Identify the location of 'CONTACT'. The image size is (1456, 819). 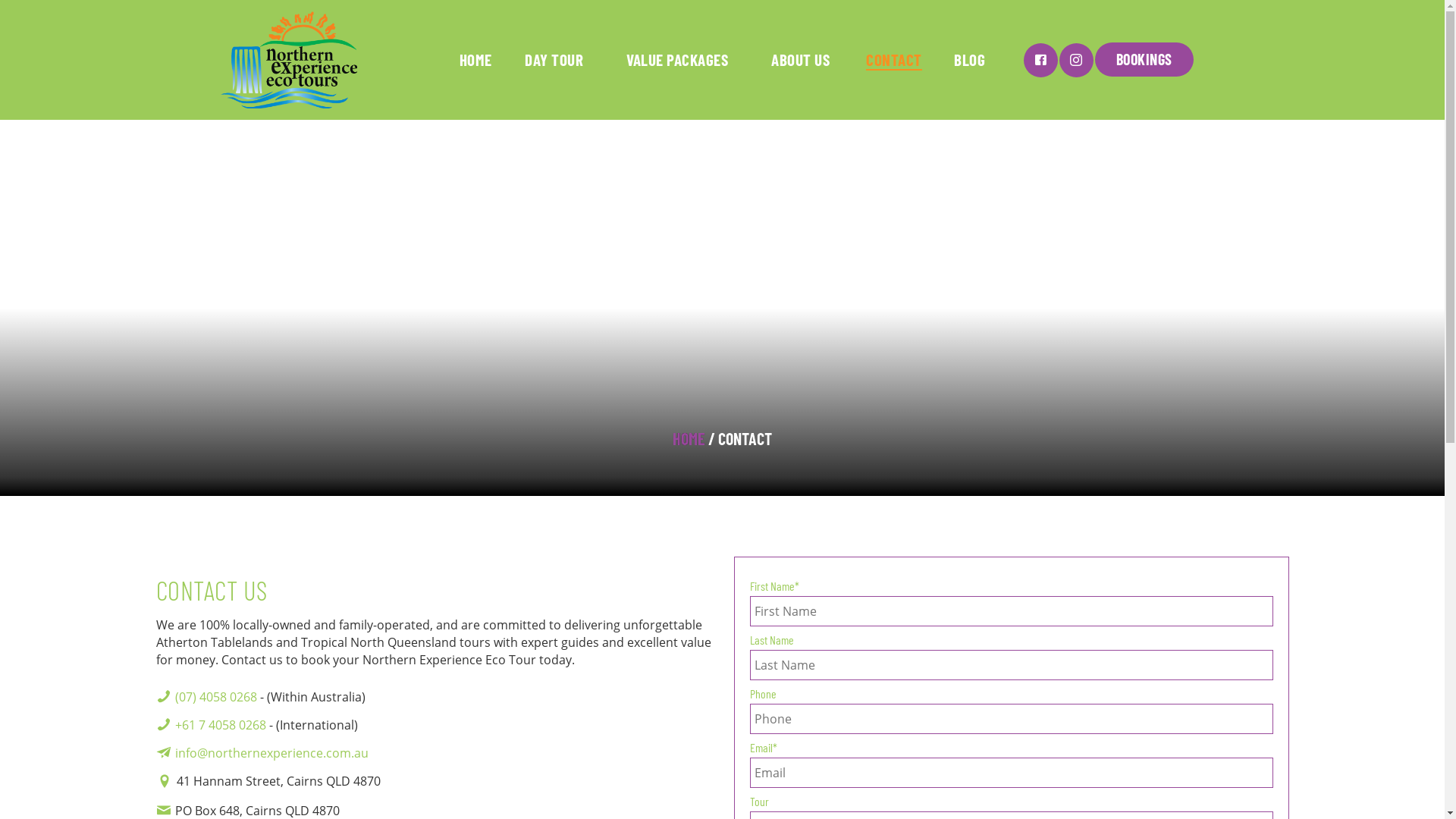
(893, 58).